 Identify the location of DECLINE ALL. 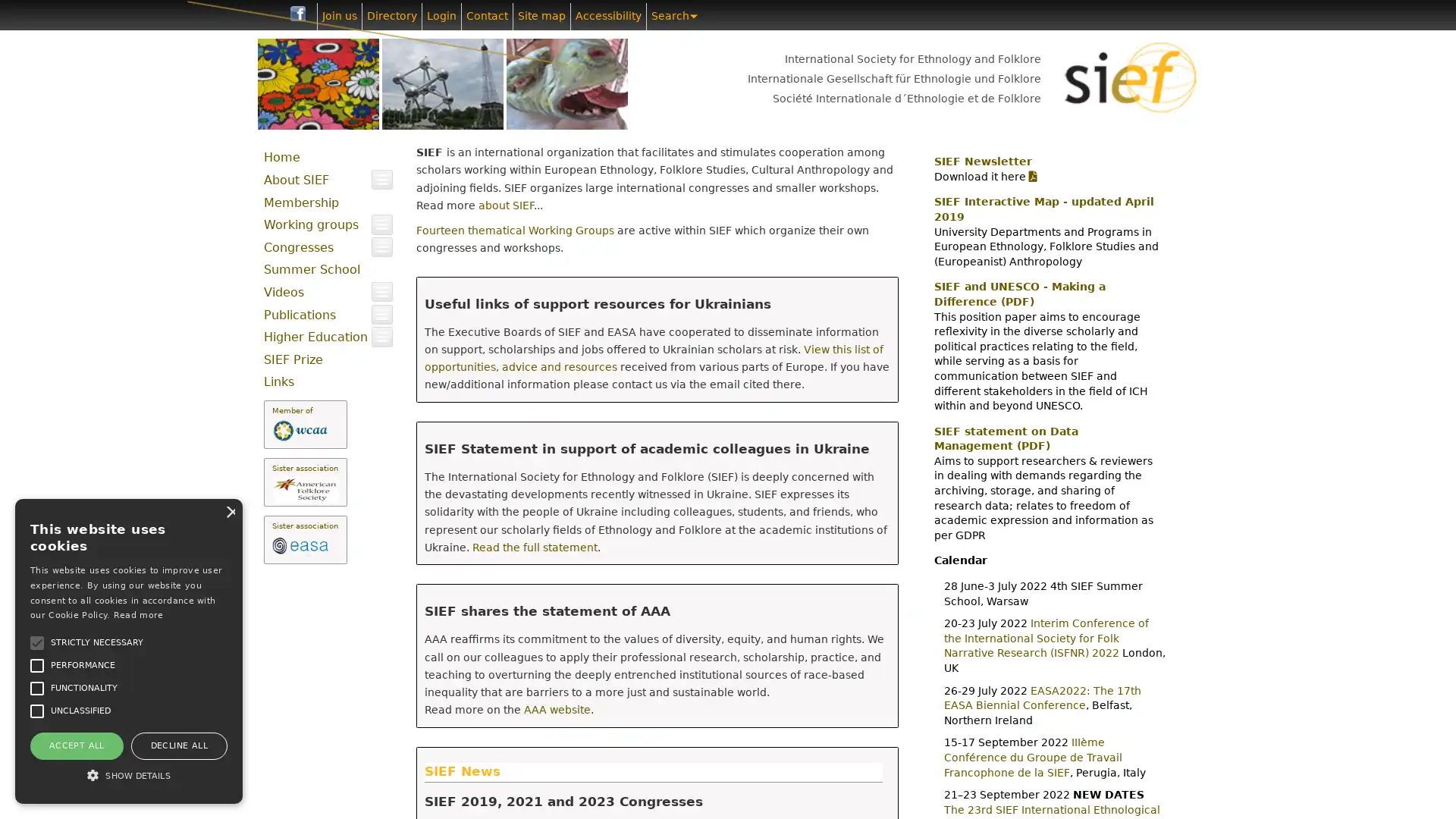
(178, 745).